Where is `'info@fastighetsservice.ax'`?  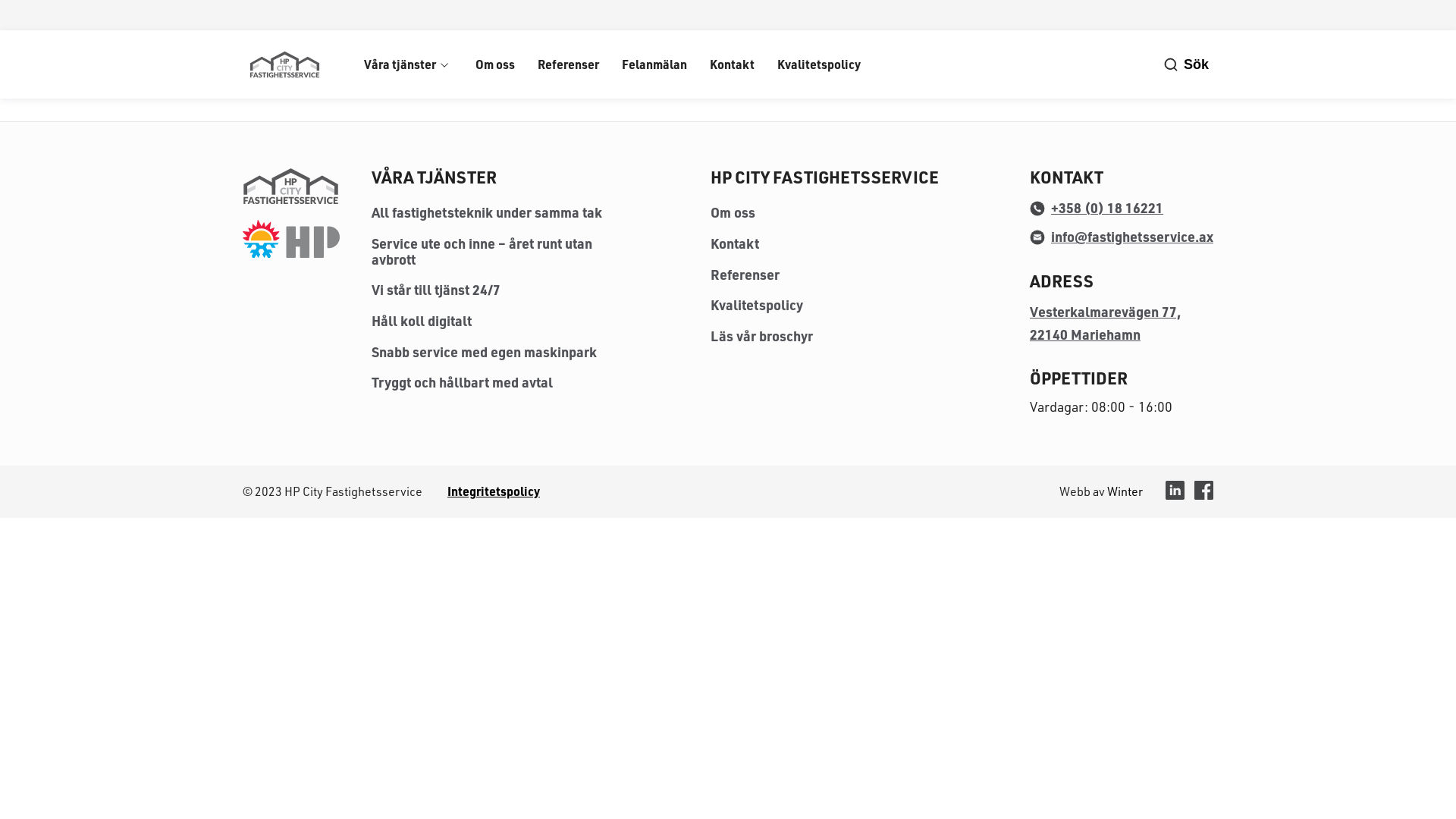
'info@fastighetsservice.ax' is located at coordinates (1121, 237).